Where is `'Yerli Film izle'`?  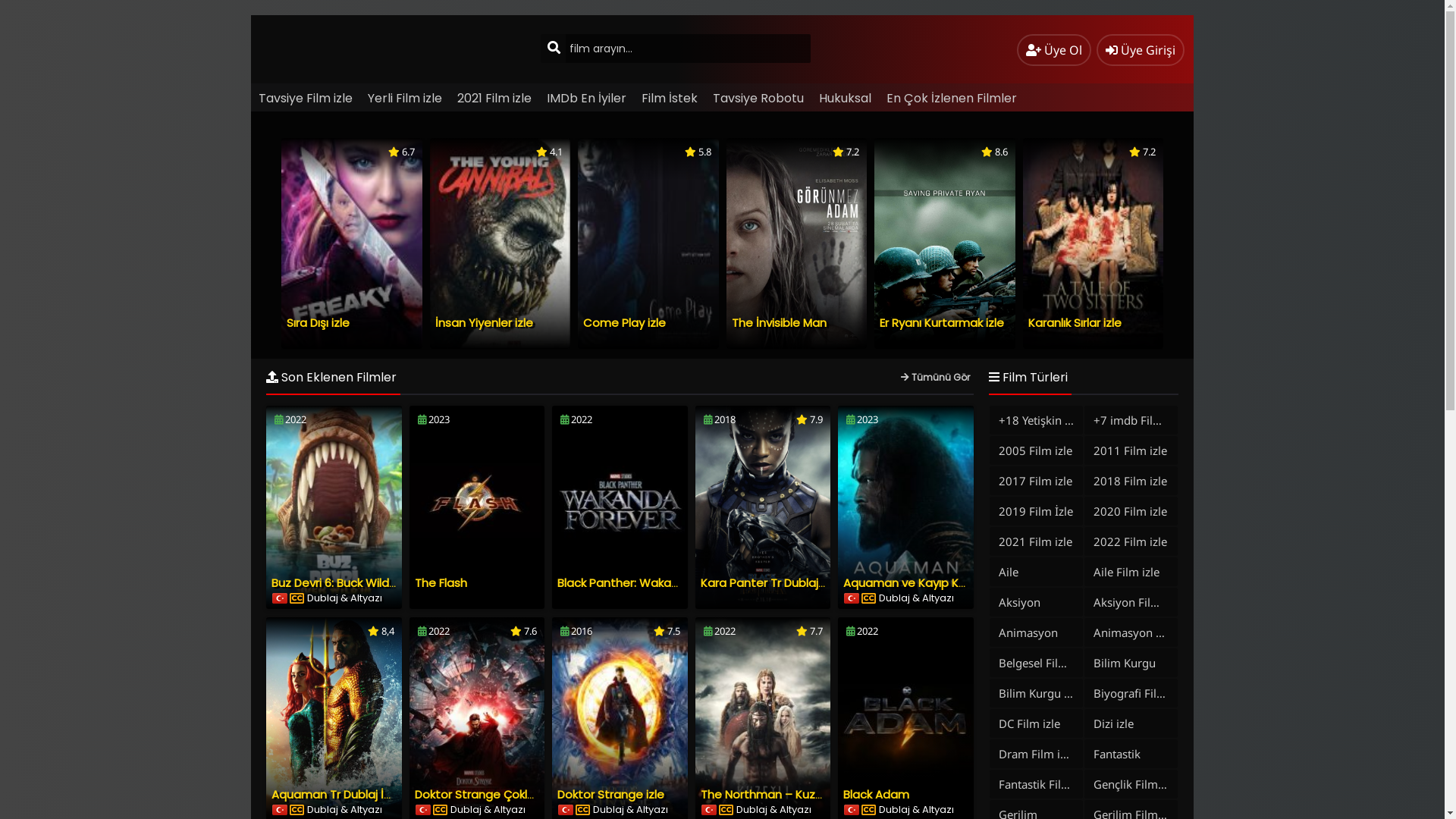
'Yerli Film izle' is located at coordinates (404, 98).